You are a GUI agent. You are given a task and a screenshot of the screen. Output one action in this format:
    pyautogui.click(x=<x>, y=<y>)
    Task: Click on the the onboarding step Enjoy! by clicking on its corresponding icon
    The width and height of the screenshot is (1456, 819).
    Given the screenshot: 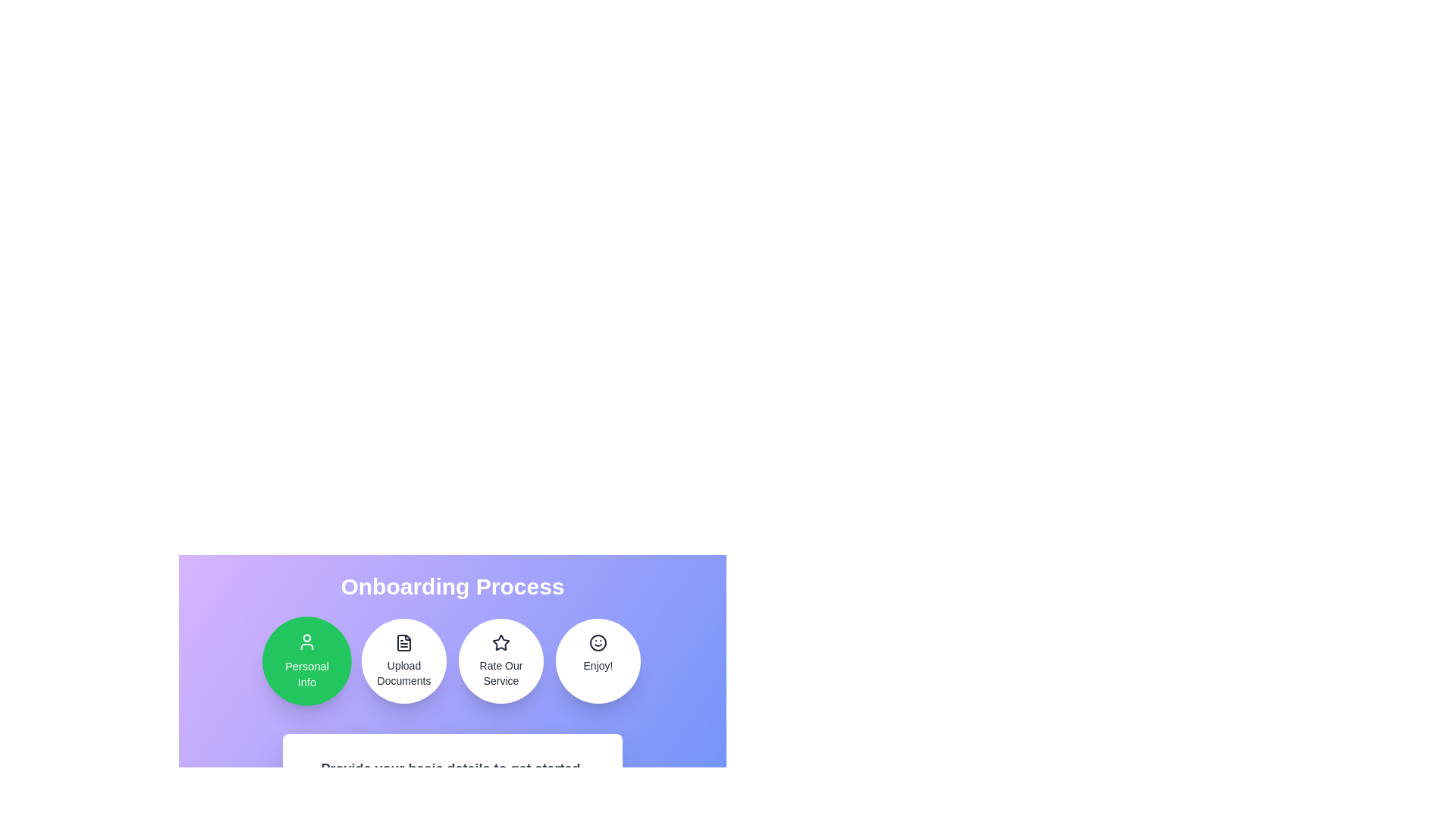 What is the action you would take?
    pyautogui.click(x=597, y=660)
    